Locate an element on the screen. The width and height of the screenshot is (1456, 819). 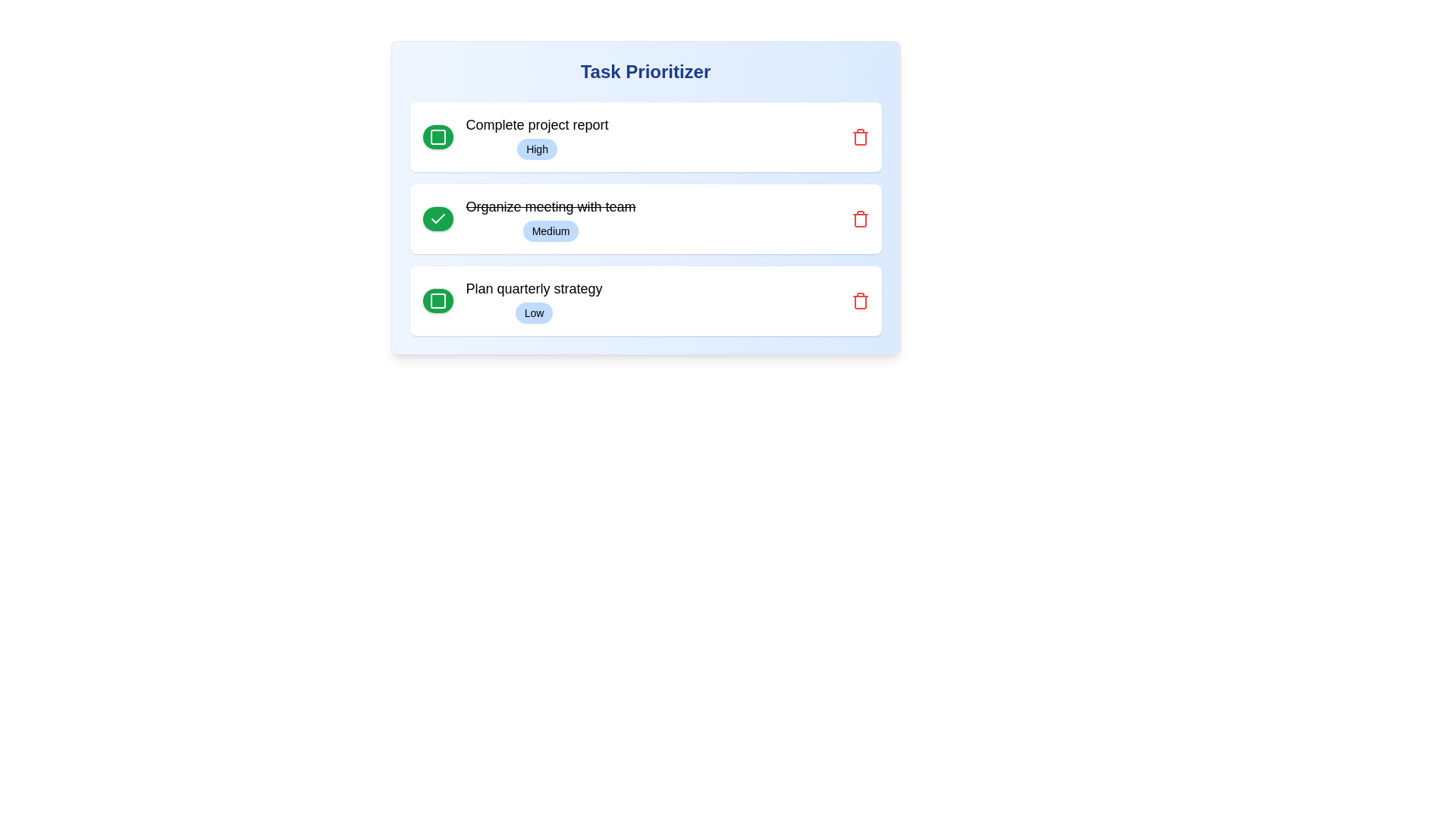
the text label displaying 'Plan quarterly strategy' which is positioned within the bottom-most card of the vertical list in the task prioritization interface is located at coordinates (534, 289).